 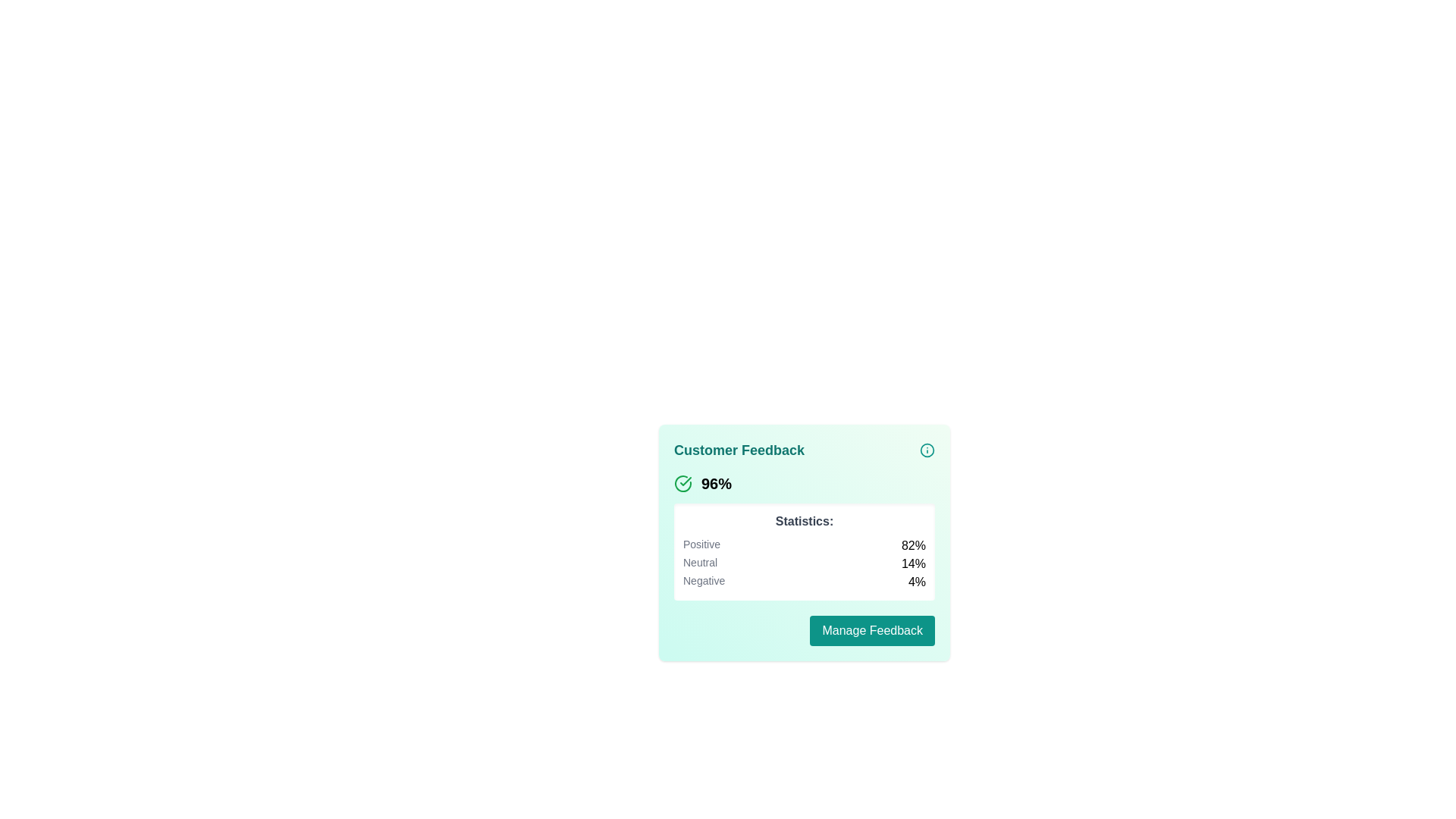 I want to click on the informational text label displaying the percentage value for 'Negative', located in the bottom-right section of the statistic box, so click(x=916, y=581).